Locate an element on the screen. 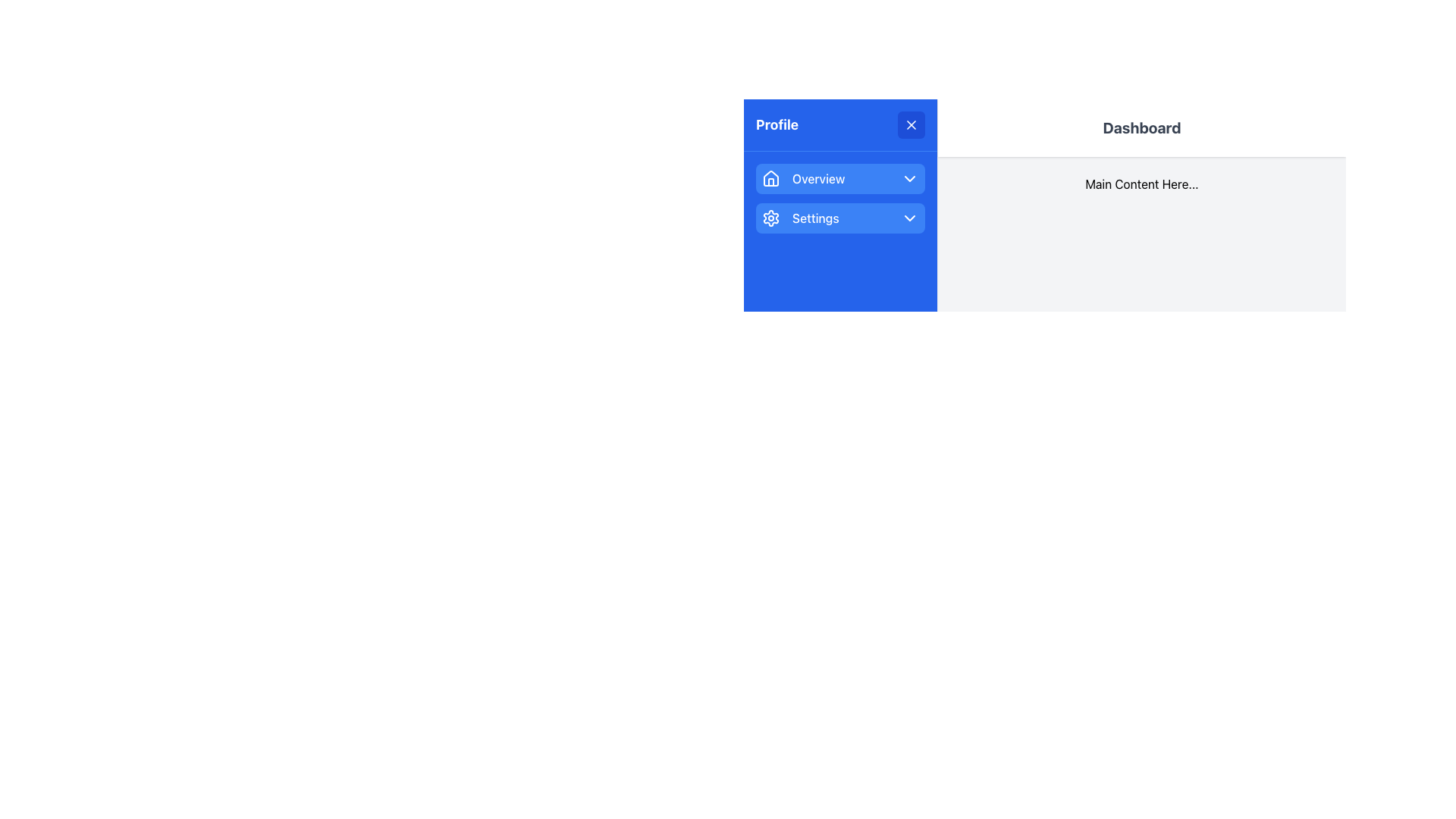  the 'Overview' icon located in the vertical menu on the left side of the interface, which serves as a visual indicator for the 'Overview' section is located at coordinates (771, 177).